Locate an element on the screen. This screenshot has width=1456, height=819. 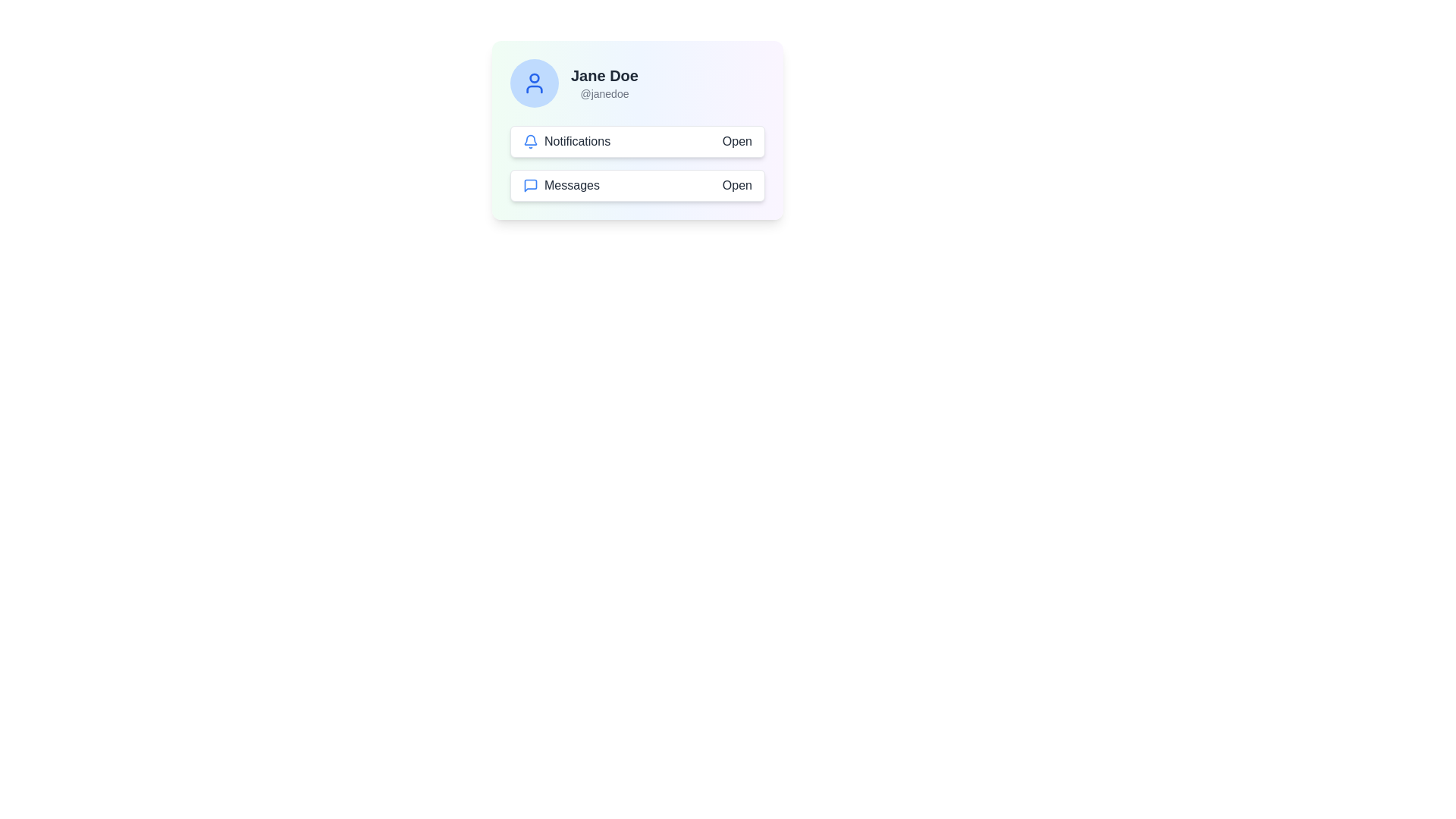
the text label displaying '@janedoe' located beneath 'Jane Doe' in the user profile card is located at coordinates (604, 93).